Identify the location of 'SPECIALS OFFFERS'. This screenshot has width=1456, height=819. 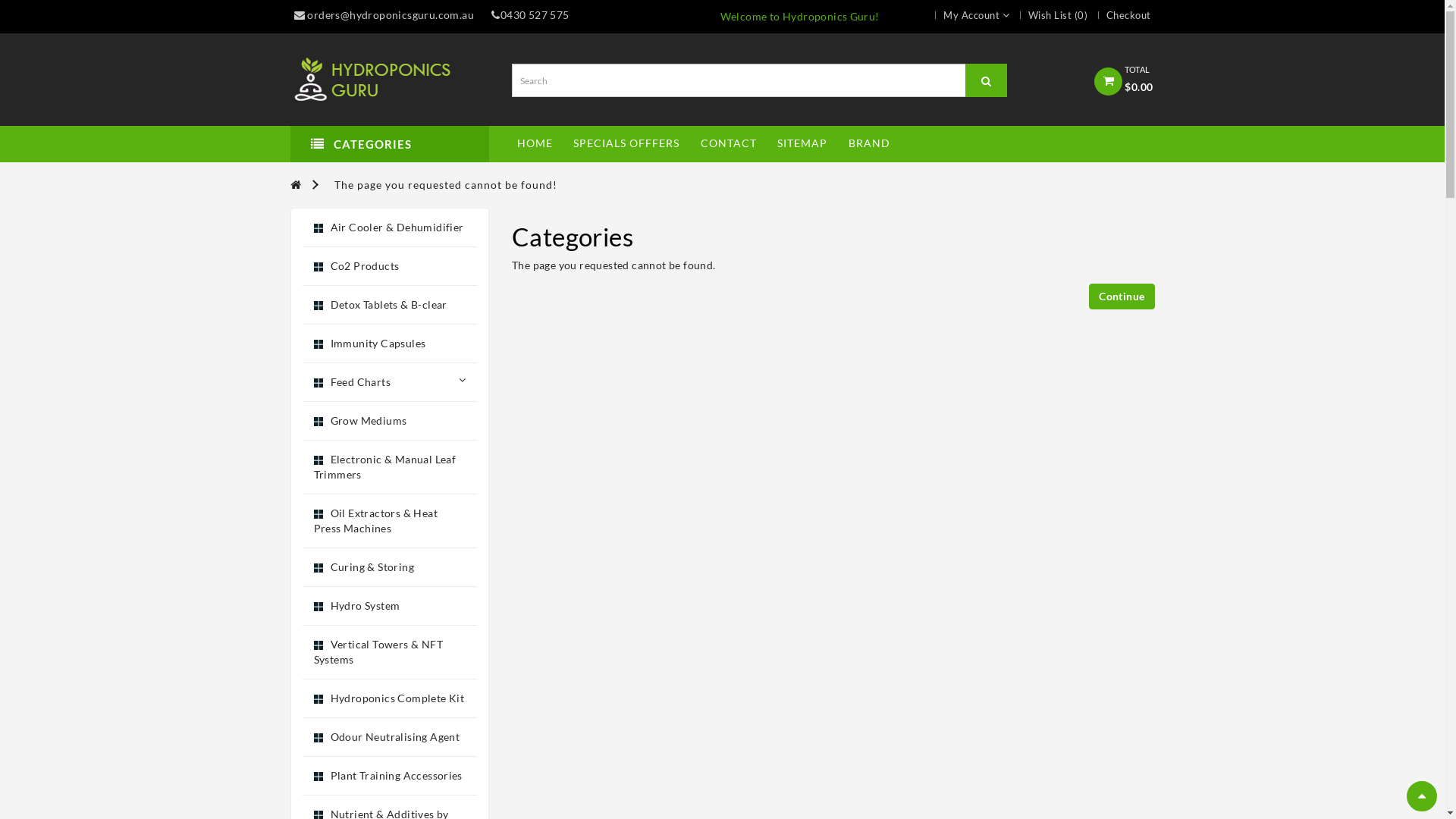
(626, 143).